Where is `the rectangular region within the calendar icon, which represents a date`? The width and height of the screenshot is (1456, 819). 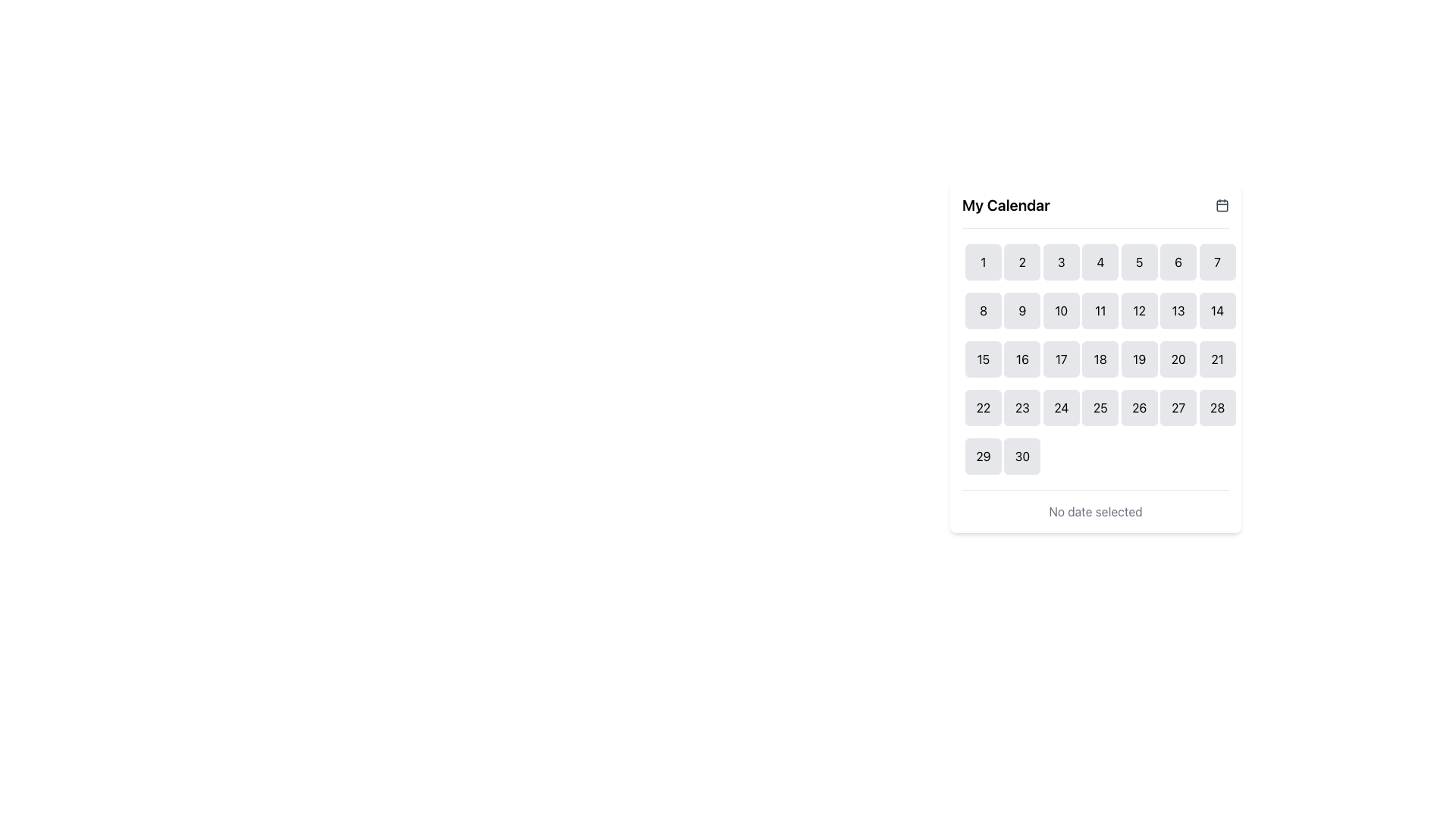 the rectangular region within the calendar icon, which represents a date is located at coordinates (1222, 206).